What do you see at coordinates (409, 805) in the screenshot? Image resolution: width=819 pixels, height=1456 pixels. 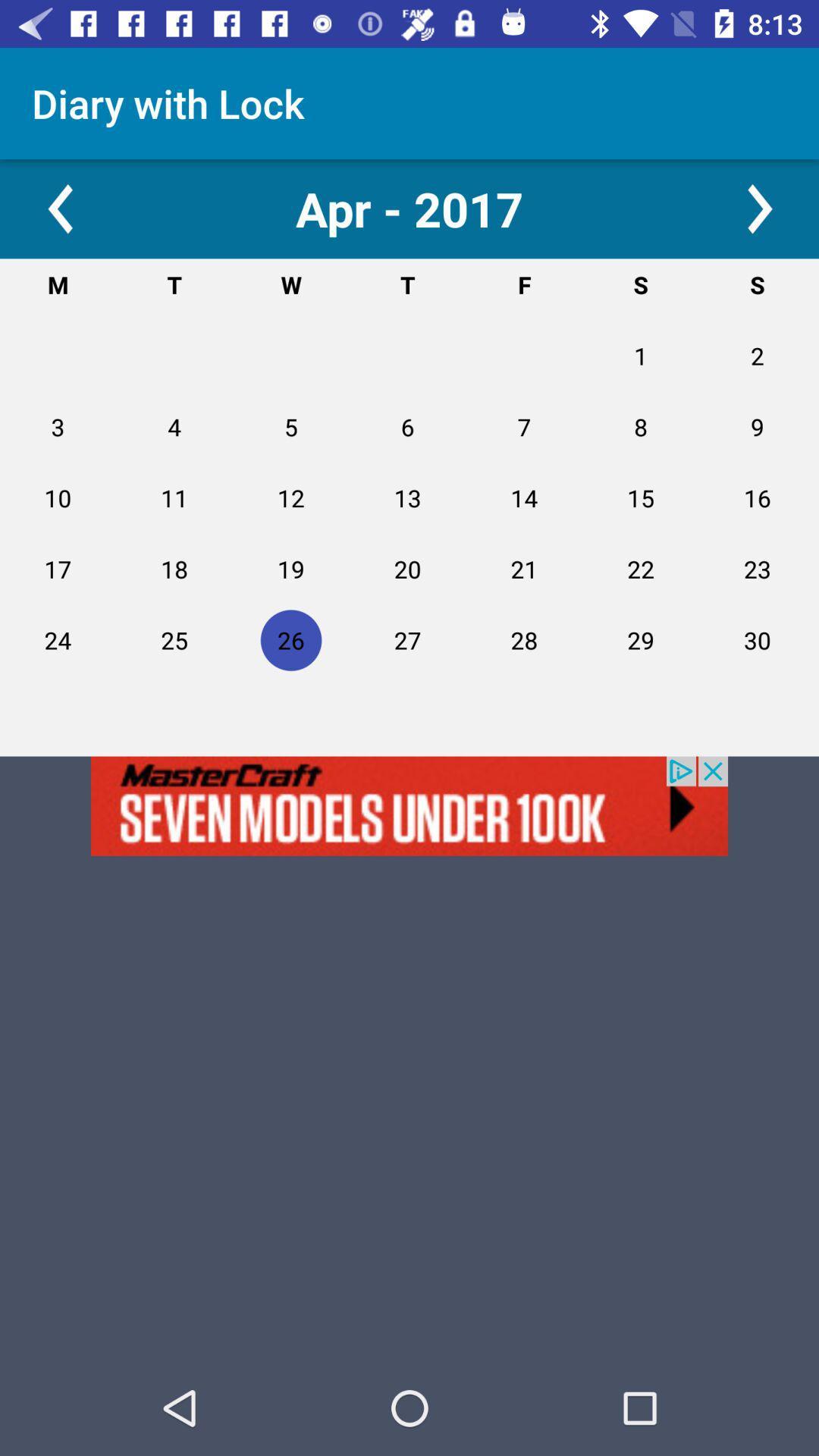 I see `advertisement` at bounding box center [409, 805].